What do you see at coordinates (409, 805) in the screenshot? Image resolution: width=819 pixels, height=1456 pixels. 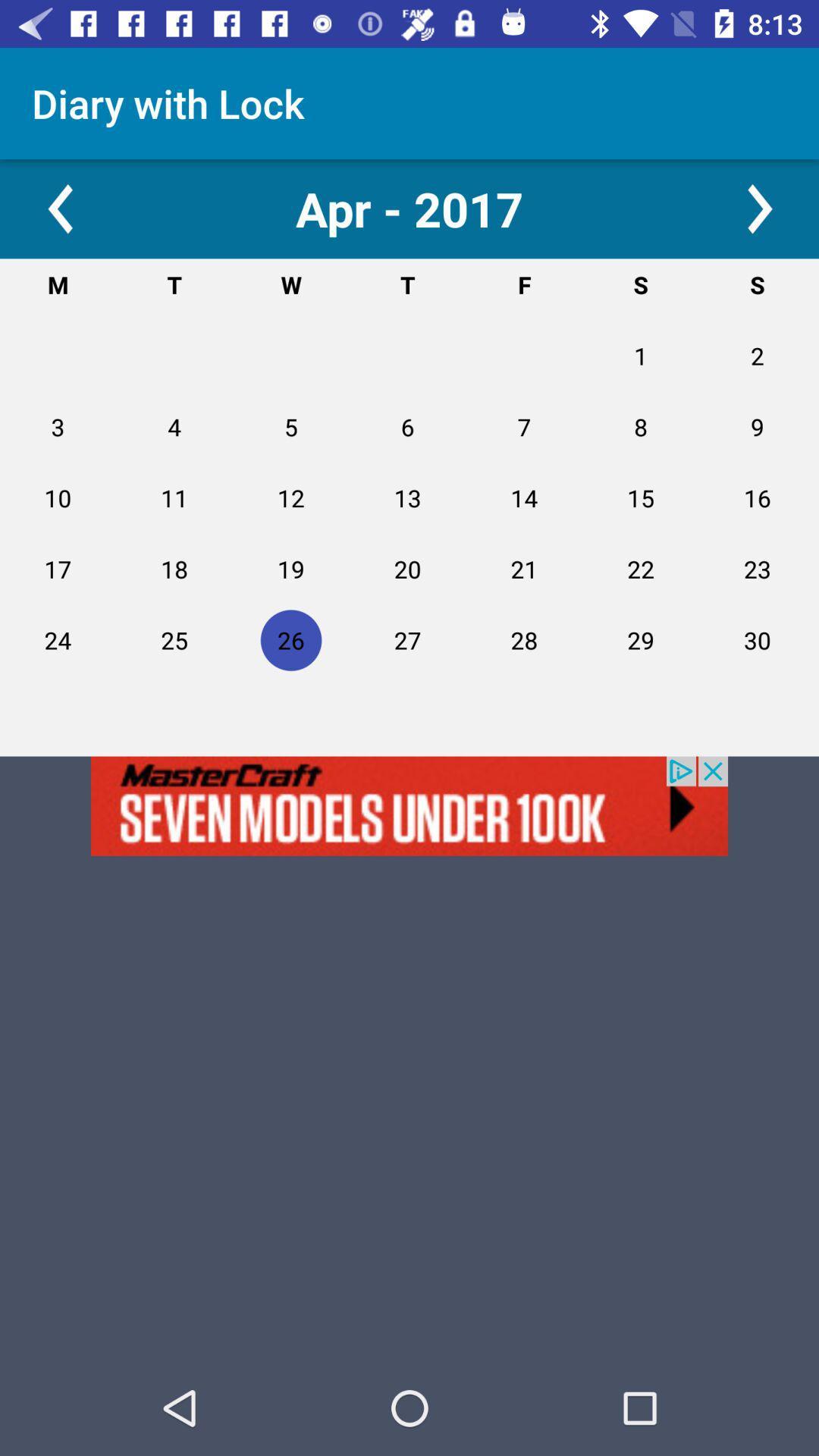 I see `advertisement` at bounding box center [409, 805].